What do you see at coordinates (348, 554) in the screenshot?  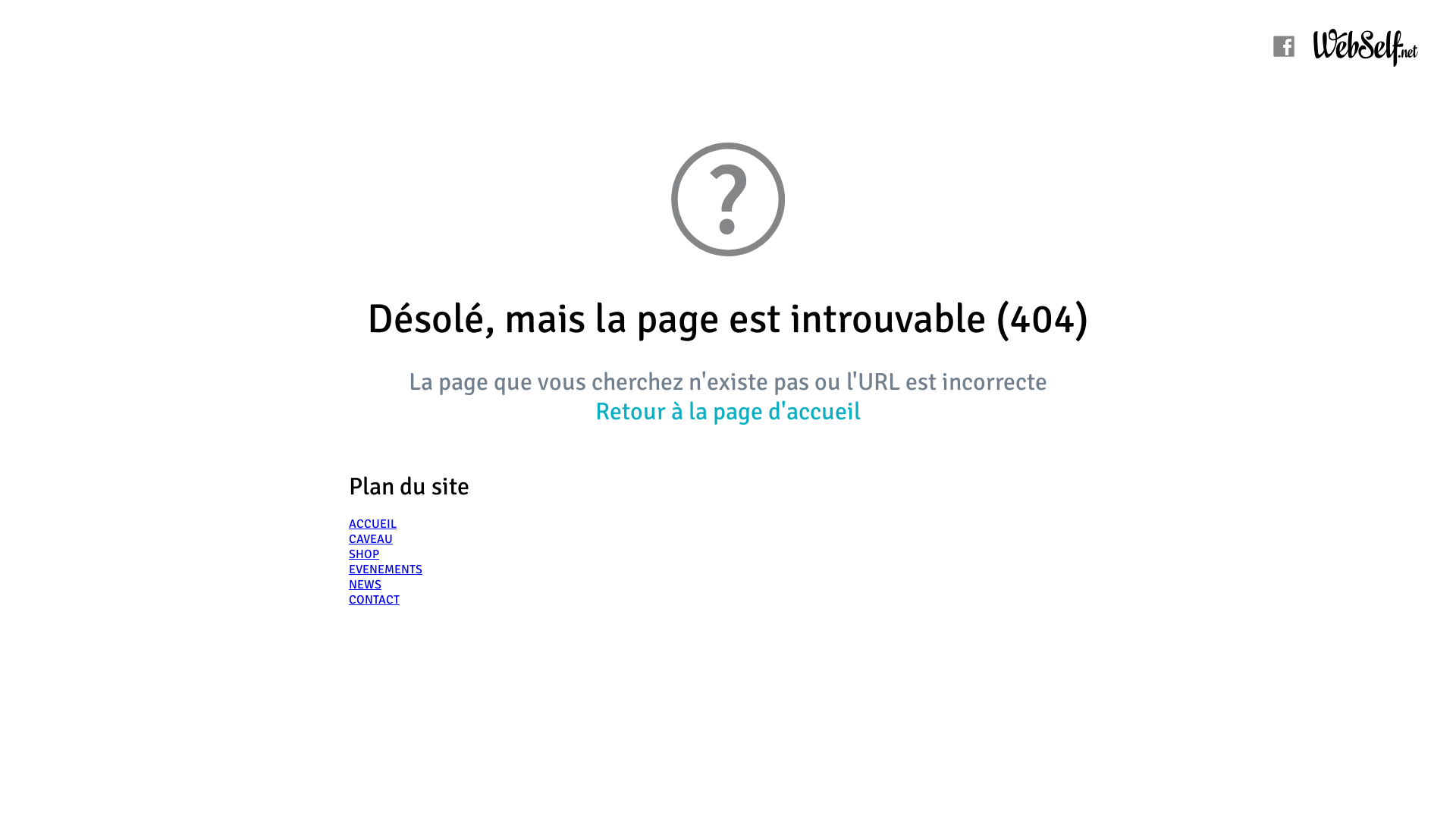 I see `'SHOP'` at bounding box center [348, 554].